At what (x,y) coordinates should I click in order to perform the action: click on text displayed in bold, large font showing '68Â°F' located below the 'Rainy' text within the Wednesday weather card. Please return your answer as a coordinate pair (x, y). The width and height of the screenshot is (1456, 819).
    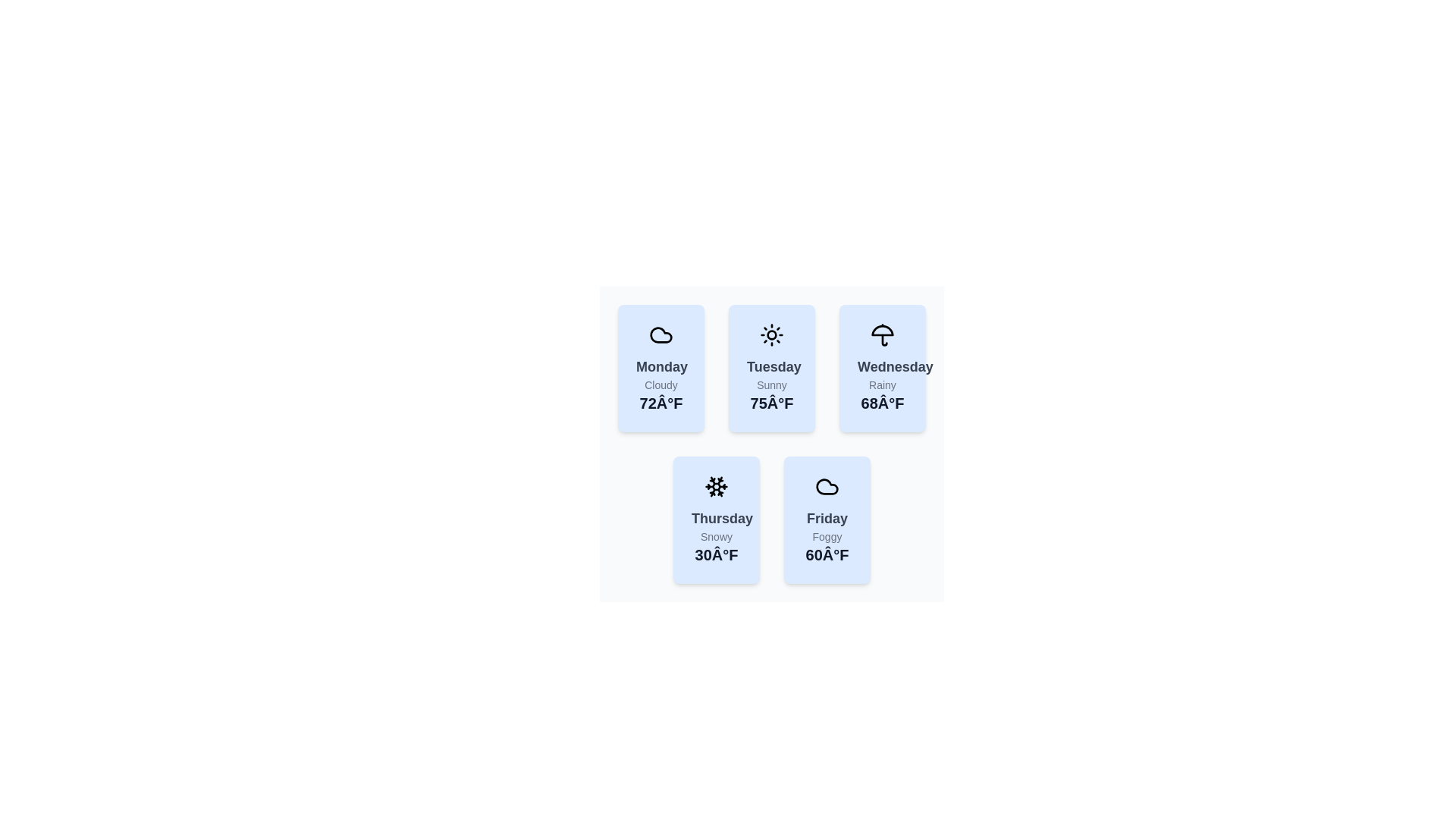
    Looking at the image, I should click on (882, 403).